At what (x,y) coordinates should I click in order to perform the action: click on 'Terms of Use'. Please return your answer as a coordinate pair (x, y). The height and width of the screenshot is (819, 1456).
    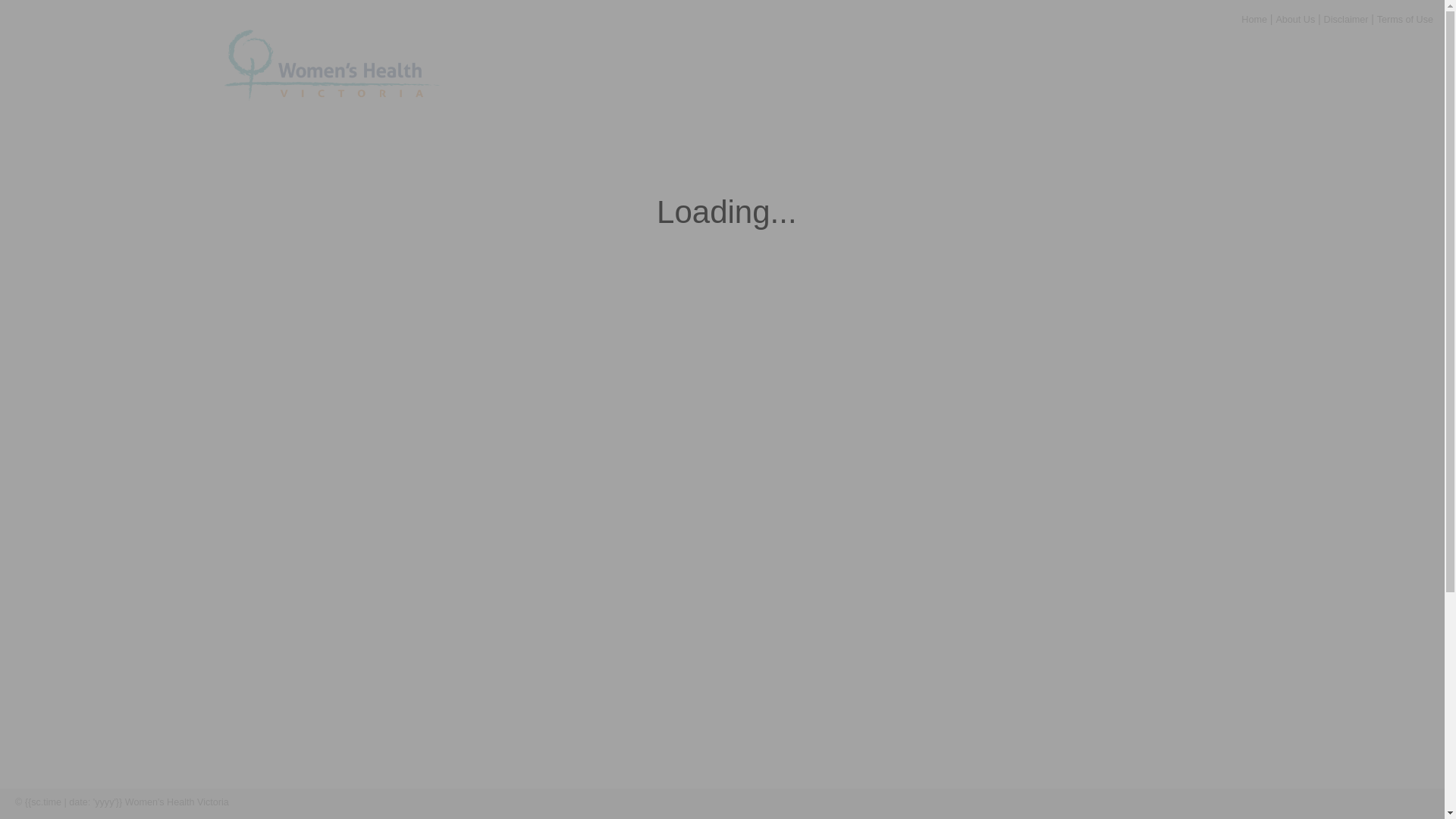
    Looking at the image, I should click on (1404, 20).